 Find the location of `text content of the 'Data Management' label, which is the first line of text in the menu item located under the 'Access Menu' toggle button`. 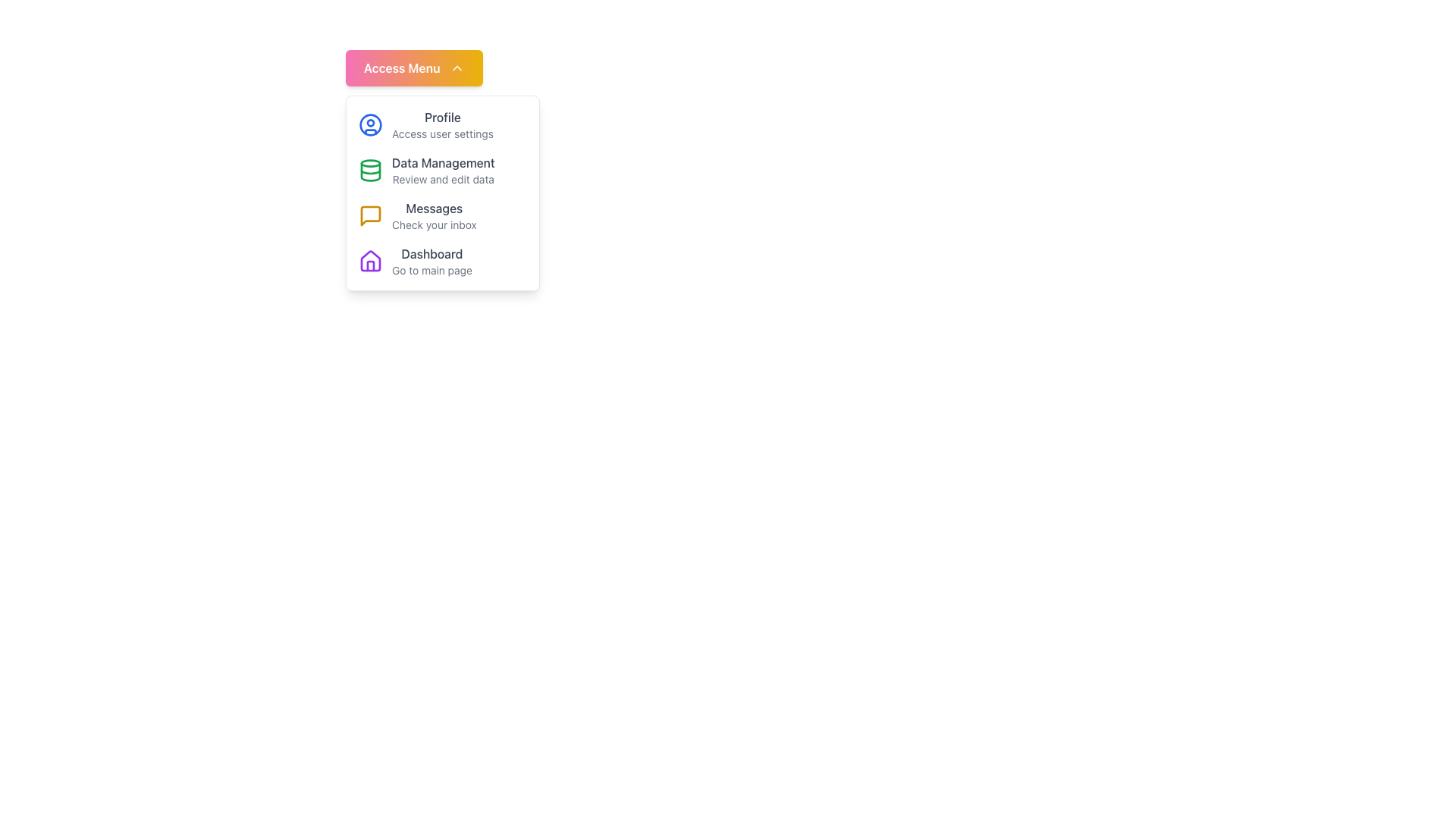

text content of the 'Data Management' label, which is the first line of text in the menu item located under the 'Access Menu' toggle button is located at coordinates (442, 163).